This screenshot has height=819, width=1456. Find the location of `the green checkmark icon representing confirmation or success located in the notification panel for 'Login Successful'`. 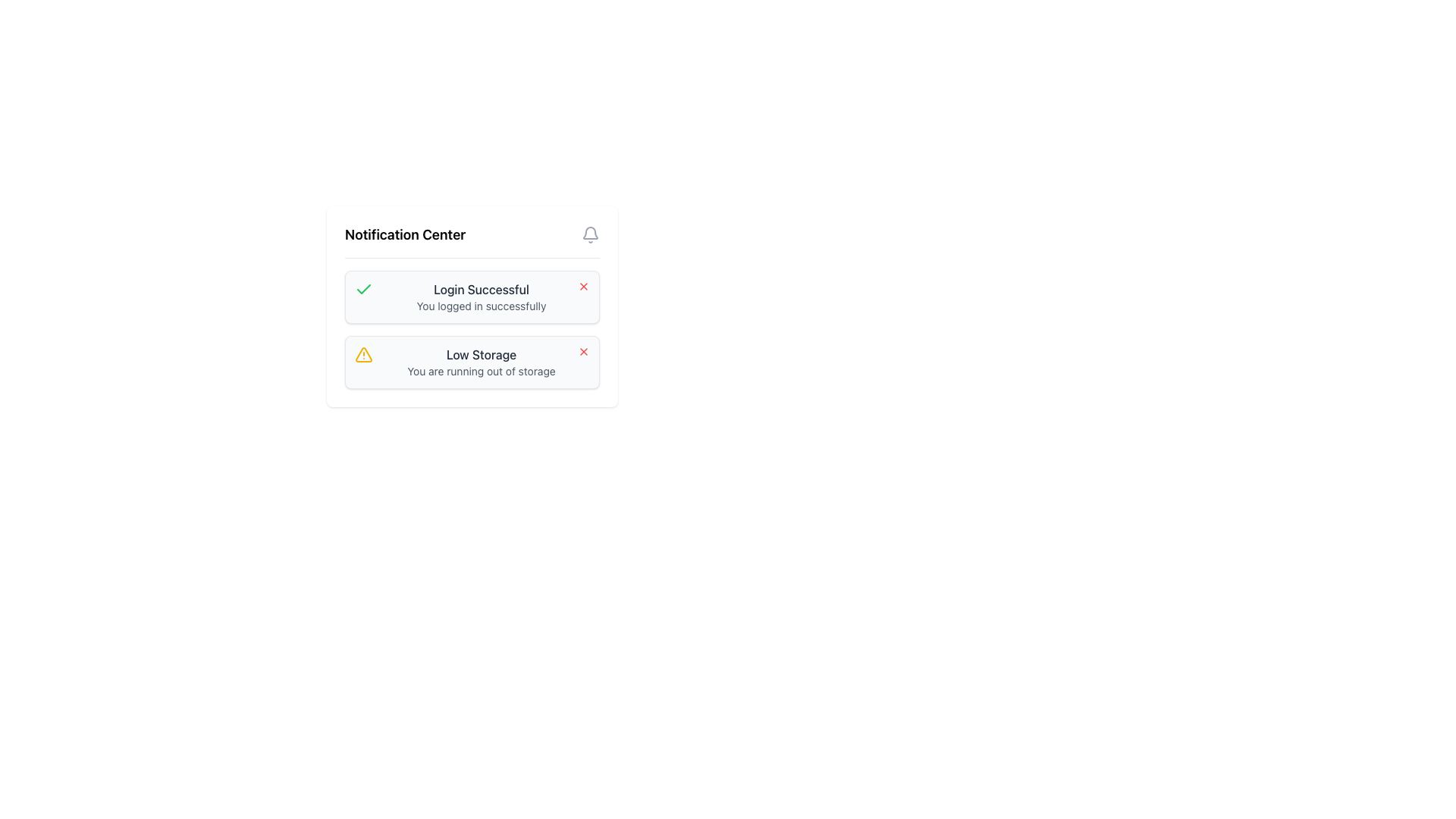

the green checkmark icon representing confirmation or success located in the notification panel for 'Login Successful' is located at coordinates (364, 289).